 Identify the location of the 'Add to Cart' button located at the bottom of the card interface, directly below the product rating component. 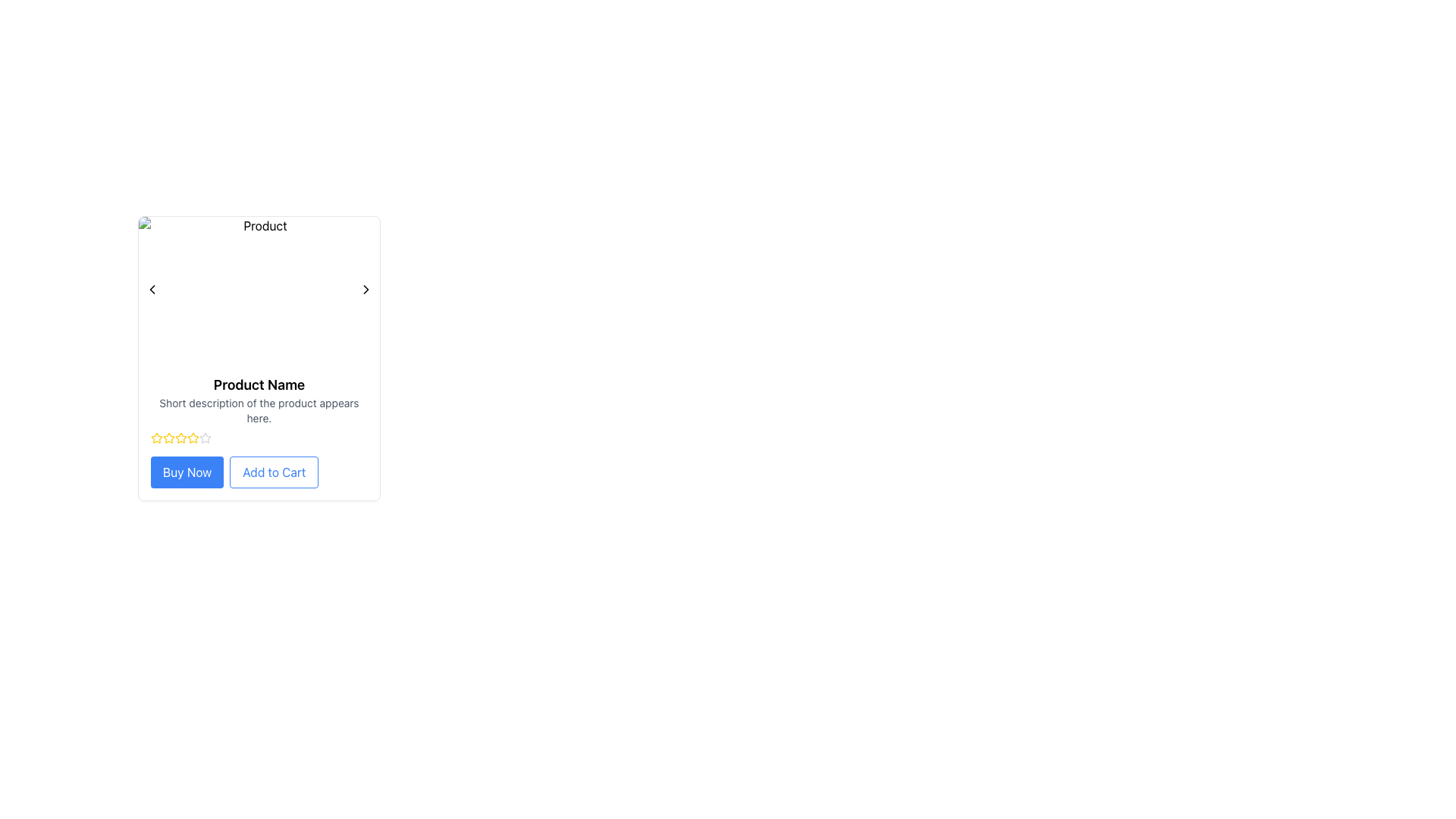
(259, 472).